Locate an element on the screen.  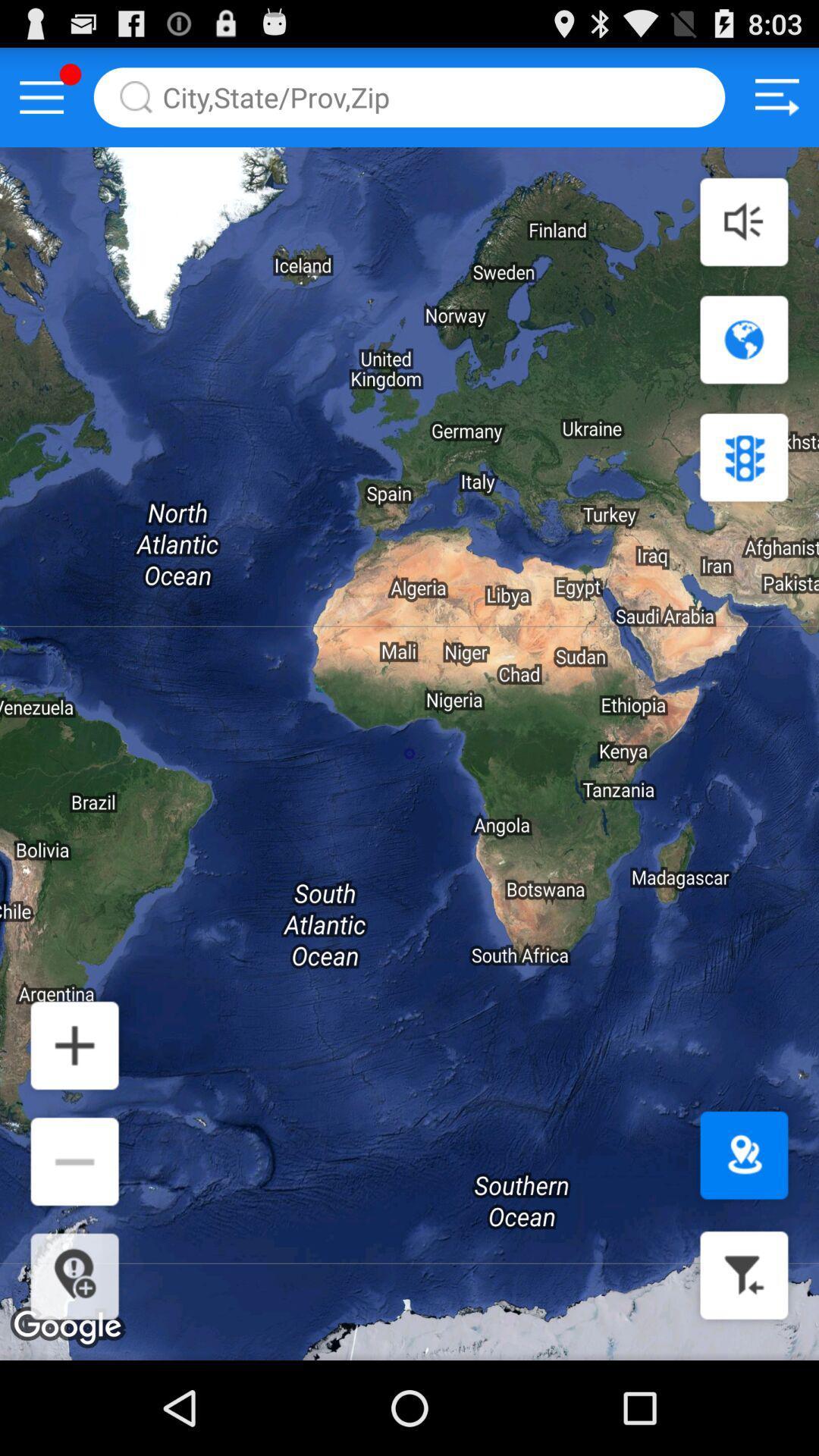
the last icon from top present at the bottom right corner is located at coordinates (74, 1276).